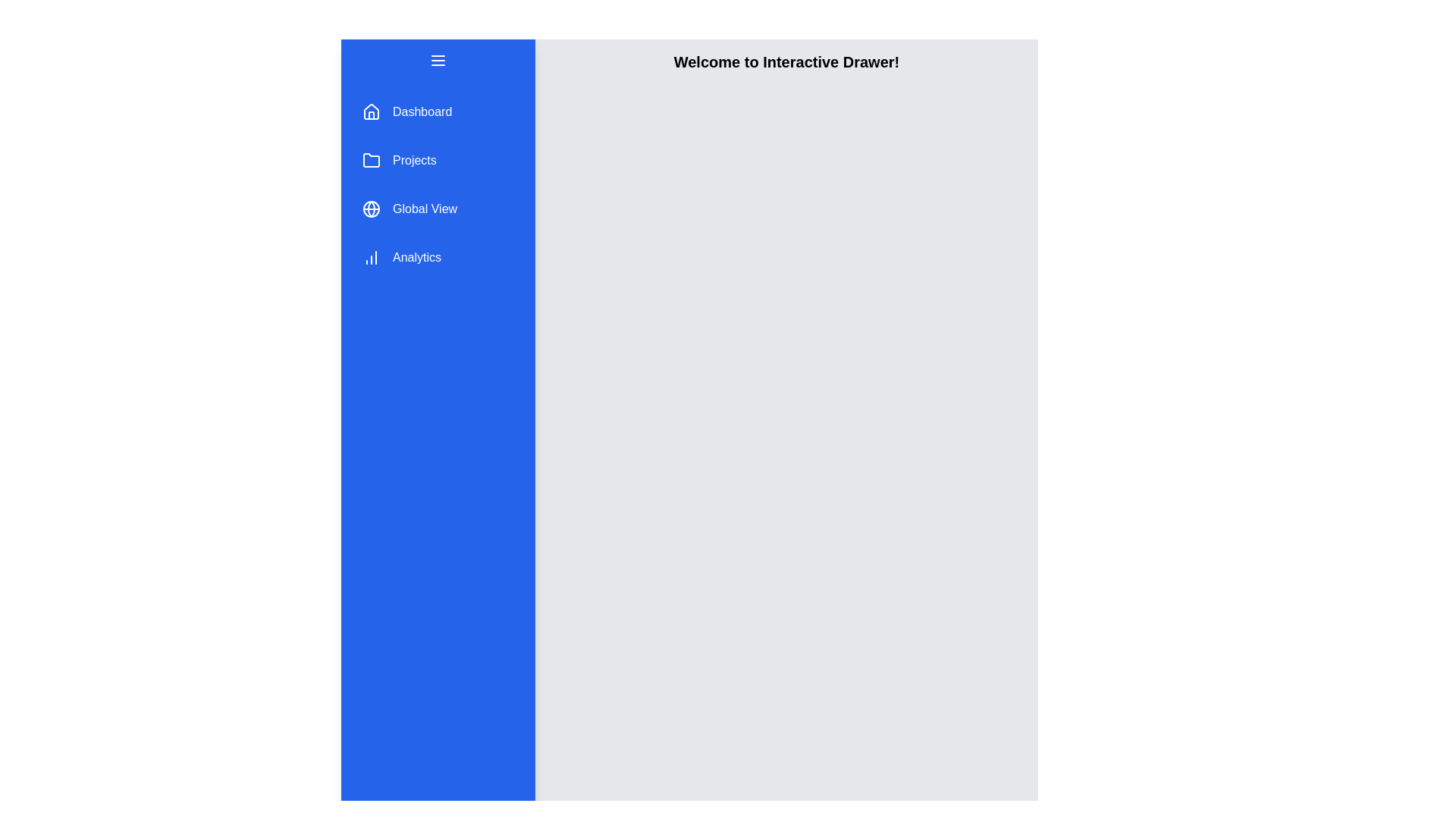  Describe the element at coordinates (437, 111) in the screenshot. I see `the menu item Dashboard to observe its hover effect` at that location.